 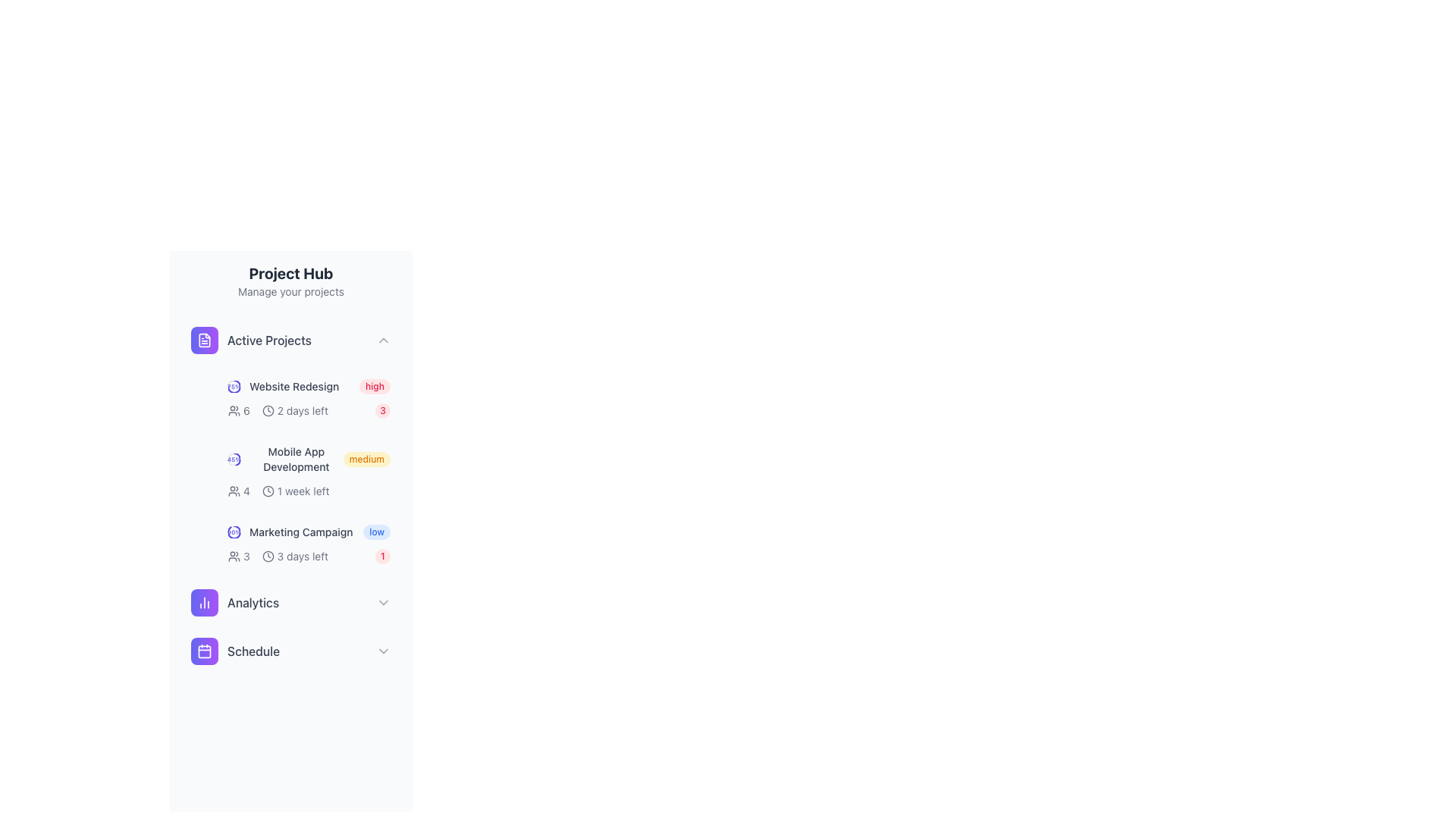 What do you see at coordinates (309, 470) in the screenshot?
I see `the collapsible card titled 'Mobile App Development' to note the priority 'Medium Priority' highlighted in amber and the remaining time '1 week left'` at bounding box center [309, 470].